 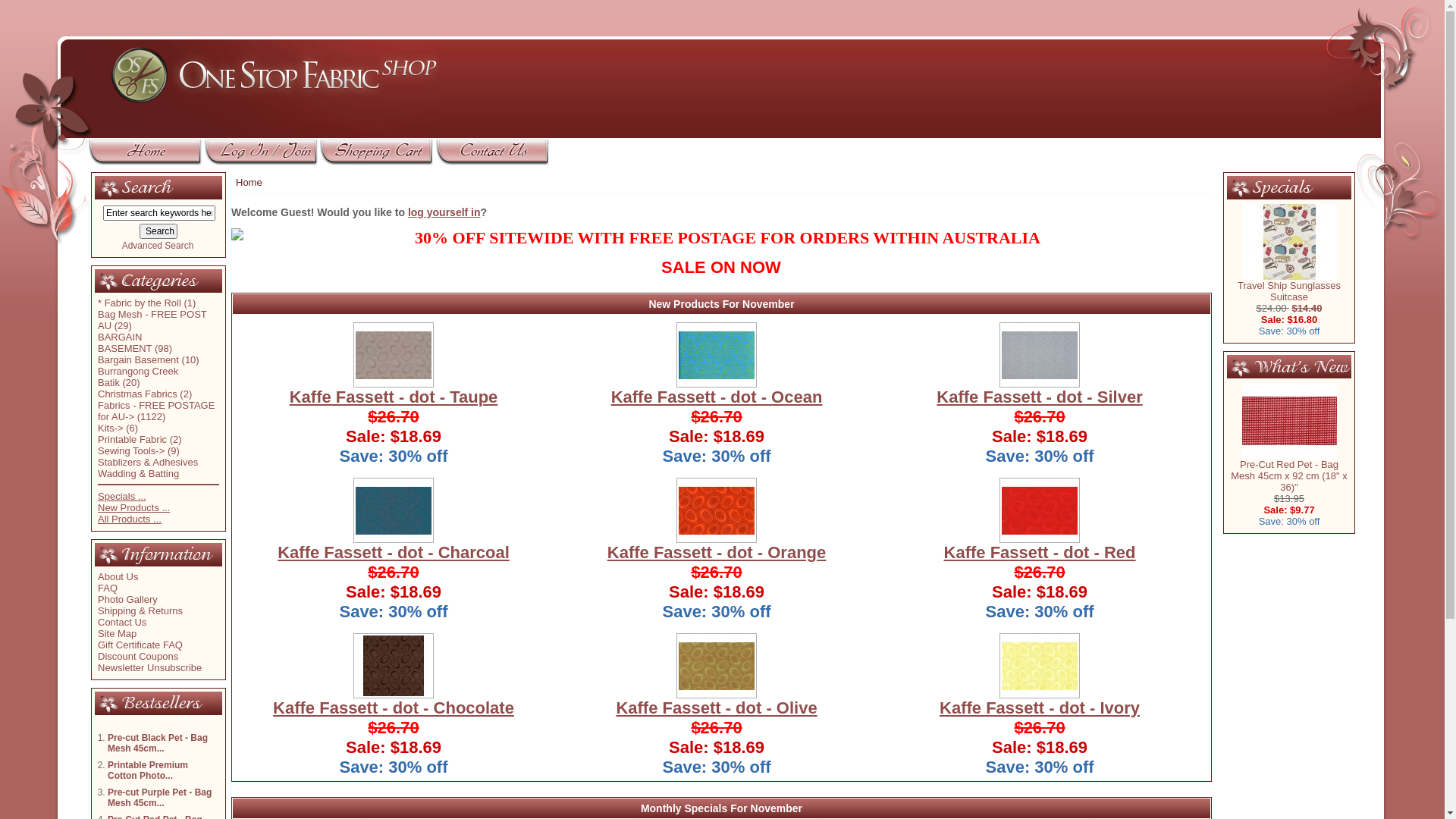 What do you see at coordinates (138, 472) in the screenshot?
I see `'Wadding & Batting'` at bounding box center [138, 472].